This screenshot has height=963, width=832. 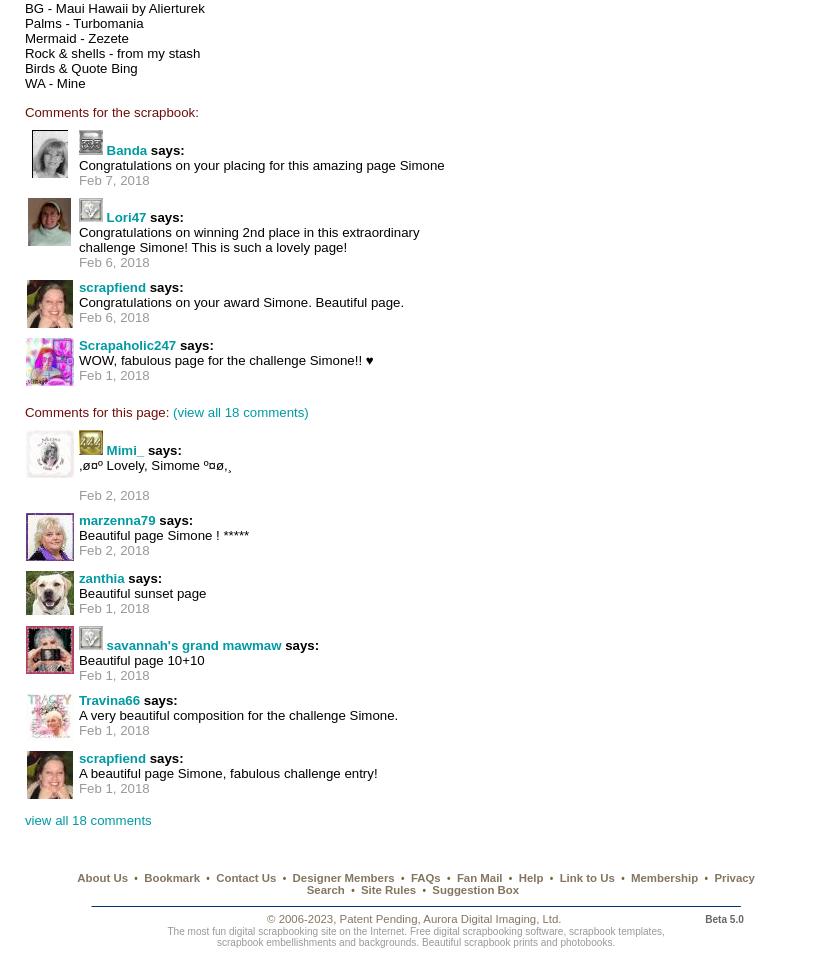 What do you see at coordinates (110, 111) in the screenshot?
I see `'Comments for the scrapbook:'` at bounding box center [110, 111].